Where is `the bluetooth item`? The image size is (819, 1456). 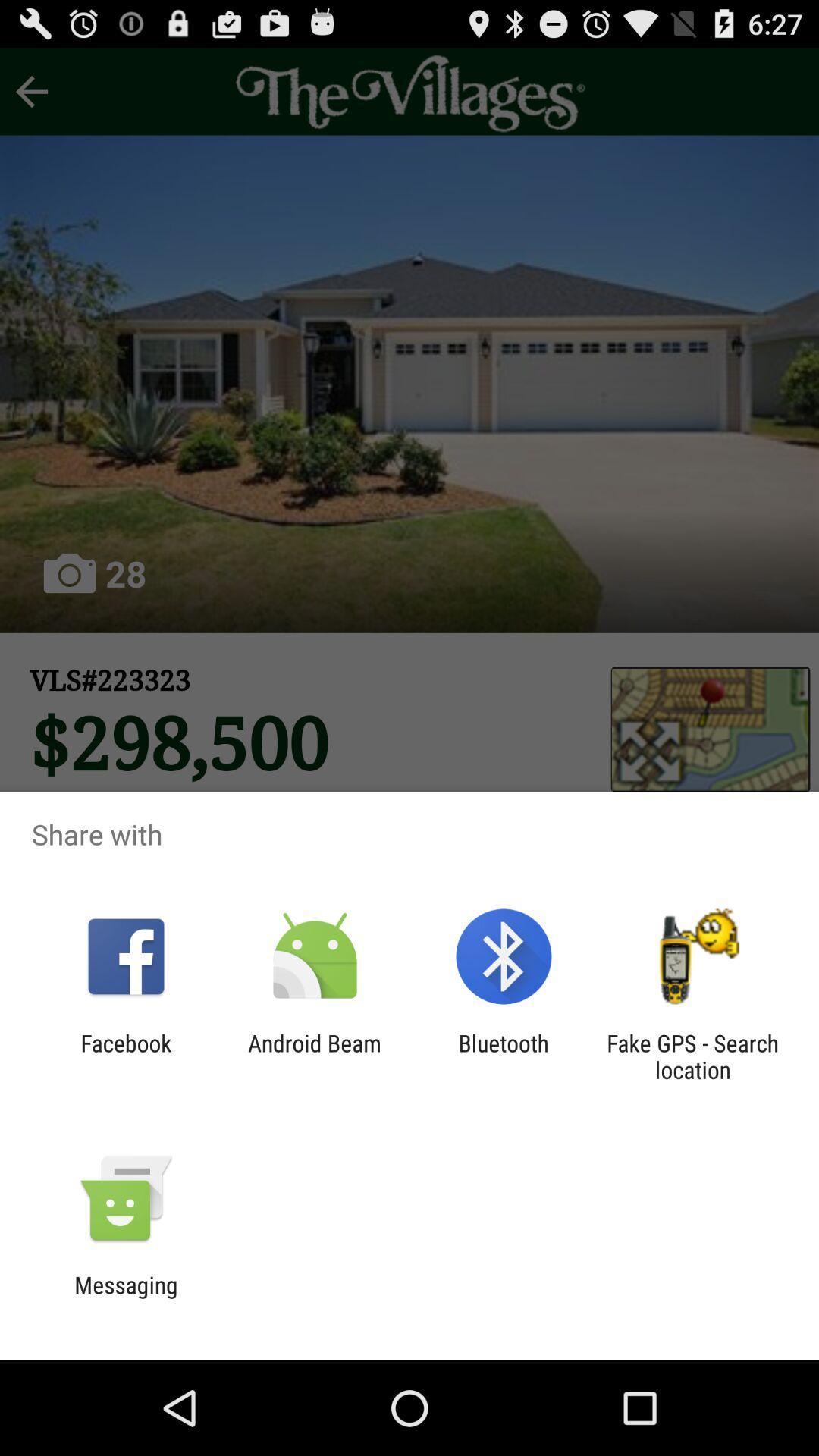 the bluetooth item is located at coordinates (504, 1056).